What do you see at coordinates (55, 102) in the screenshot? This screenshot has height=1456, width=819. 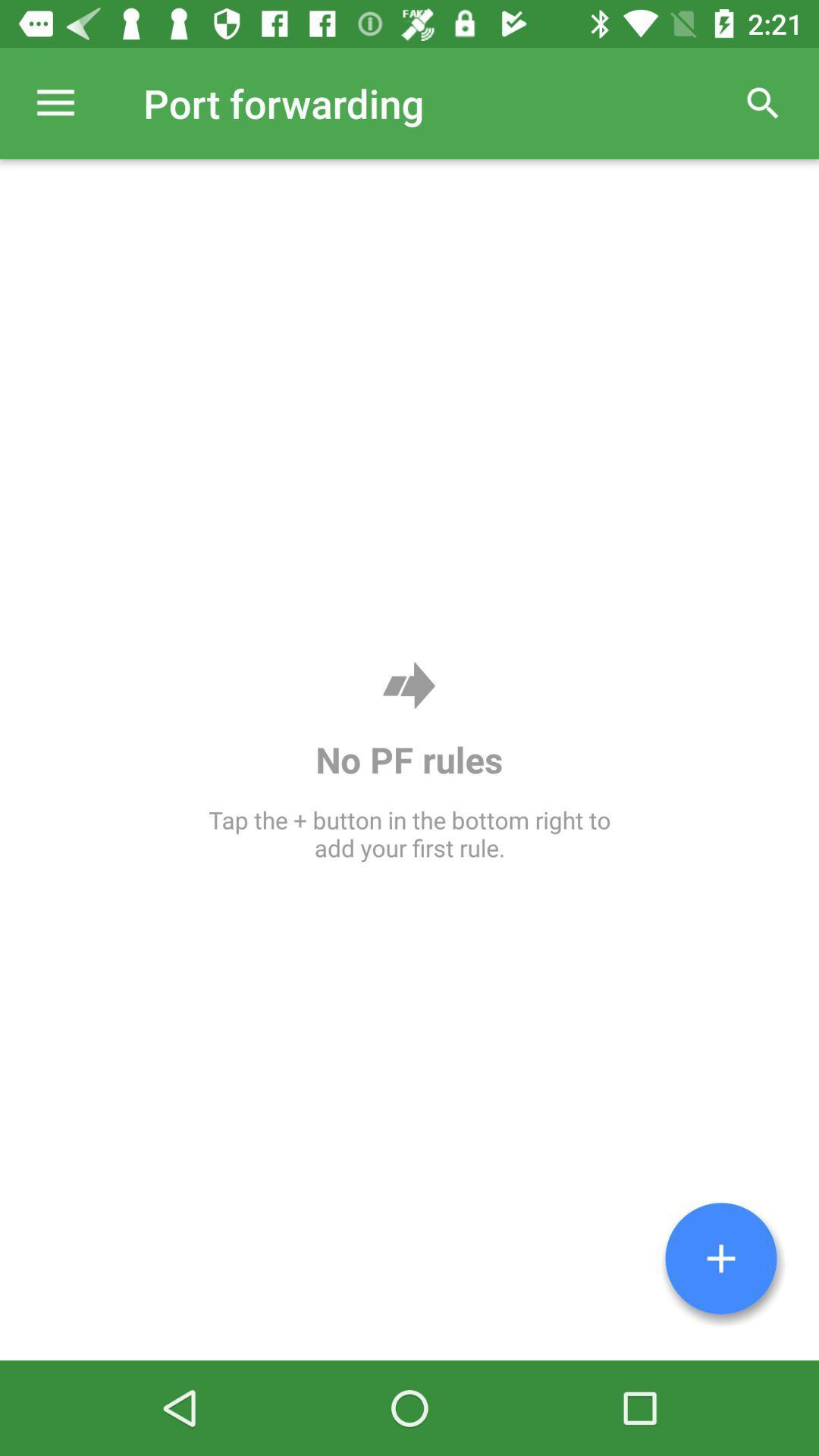 I see `item next to the port forwarding` at bounding box center [55, 102].